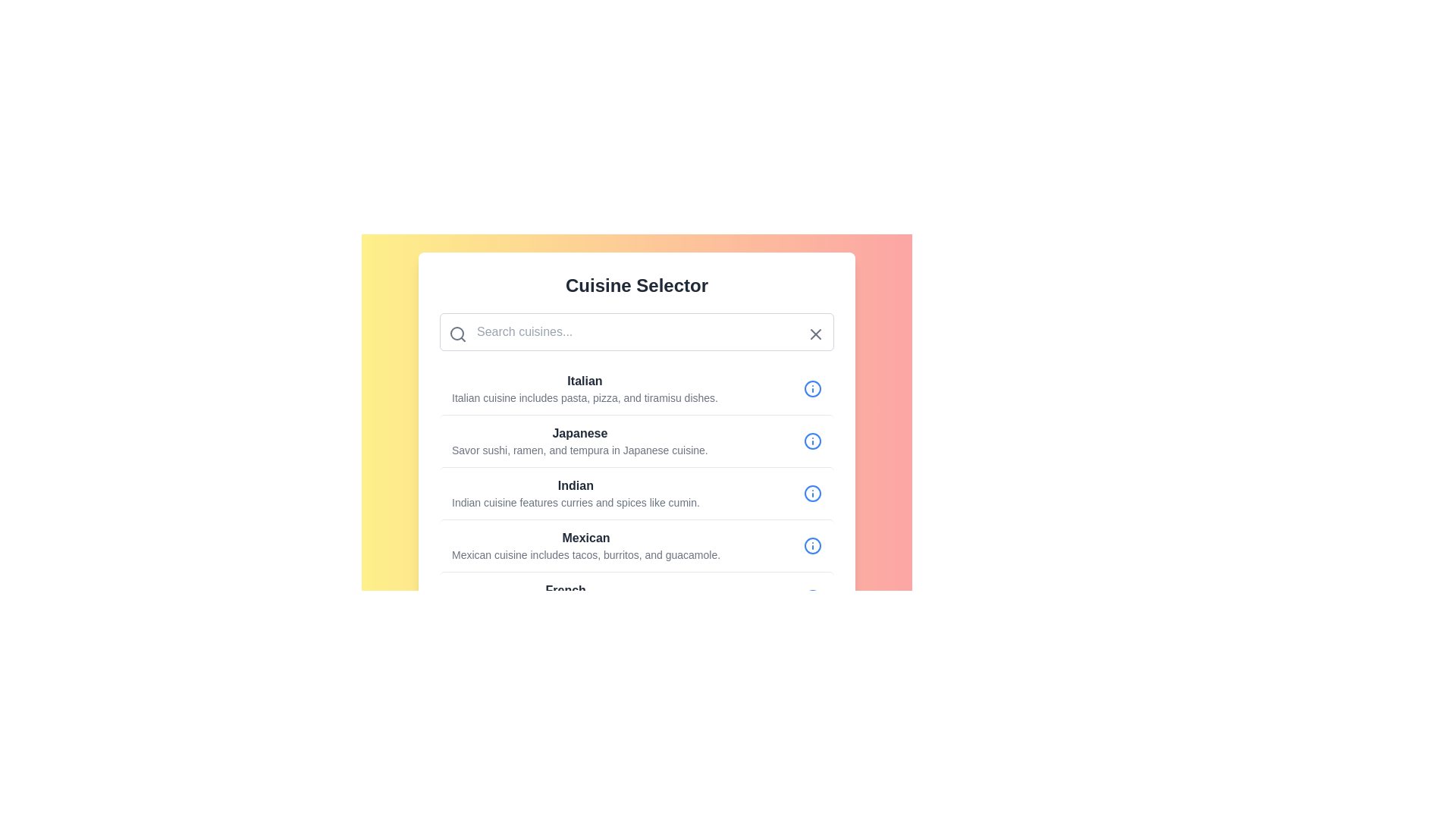  What do you see at coordinates (637, 493) in the screenshot?
I see `the list item titled 'Indian', which describes Indian cuisine and contains an information icon` at bounding box center [637, 493].